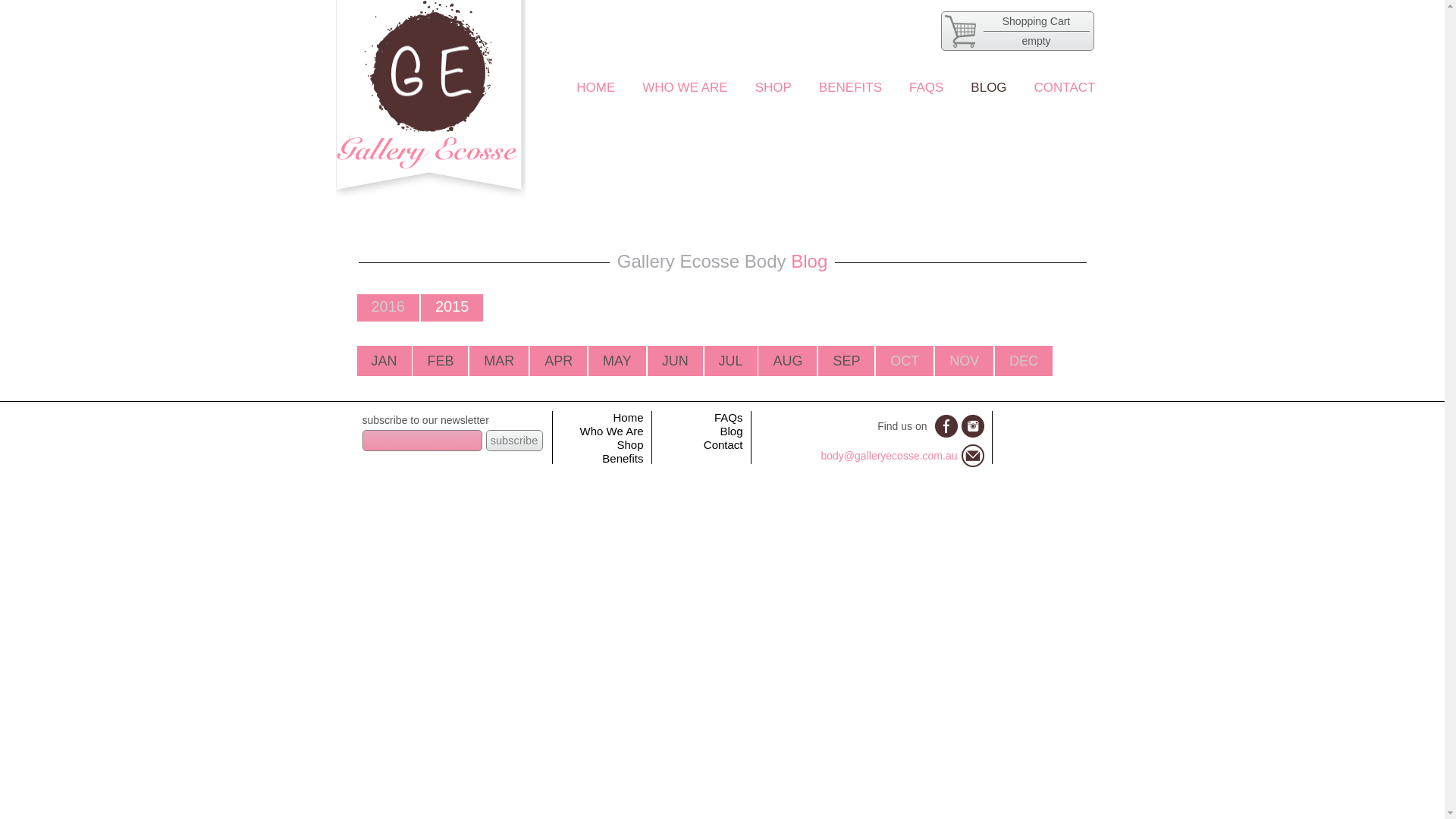 This screenshot has width=1456, height=819. What do you see at coordinates (728, 417) in the screenshot?
I see `'FAQs'` at bounding box center [728, 417].